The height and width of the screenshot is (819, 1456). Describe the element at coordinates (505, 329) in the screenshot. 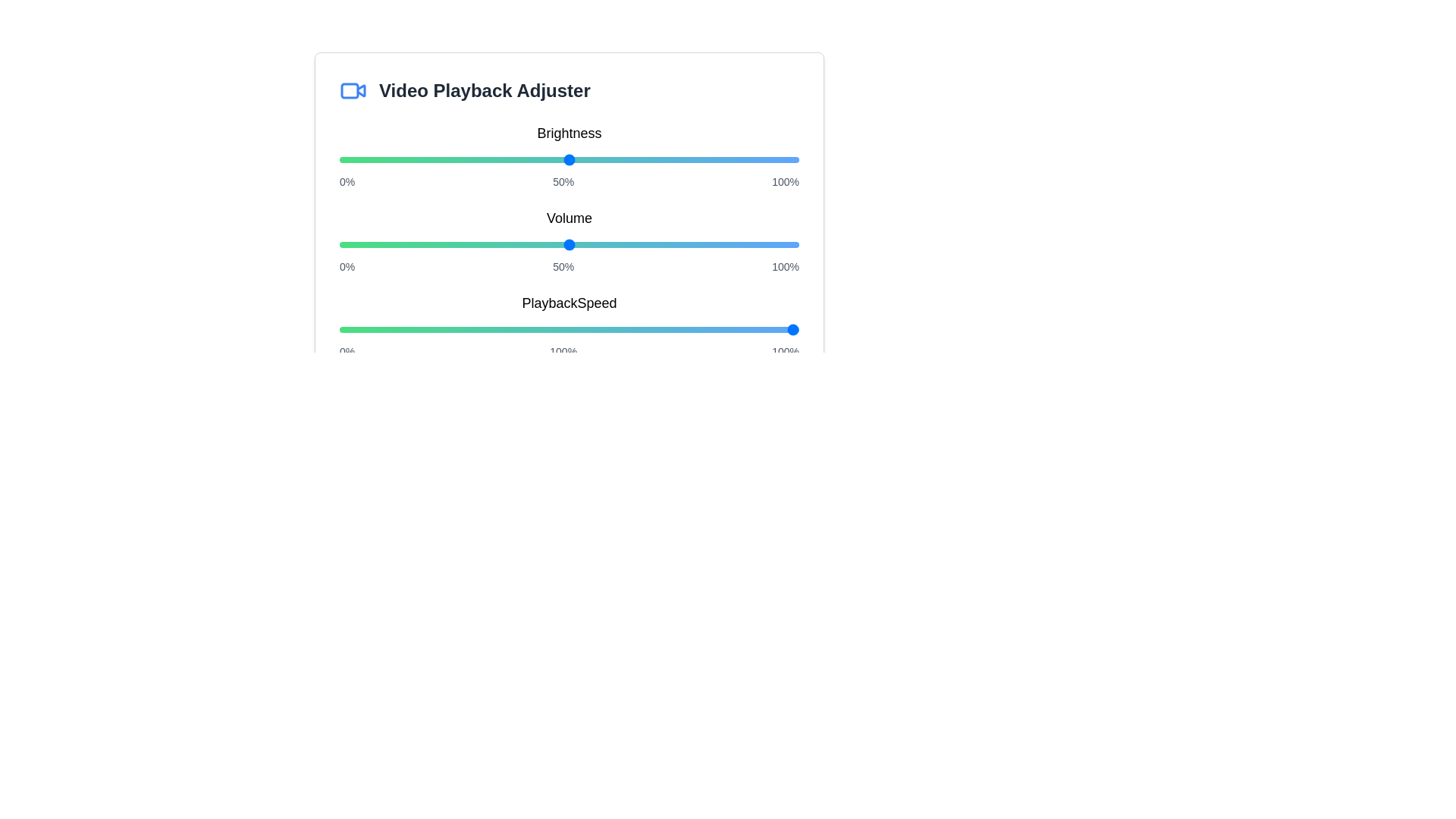

I see `the playback speed slider to 36%` at that location.